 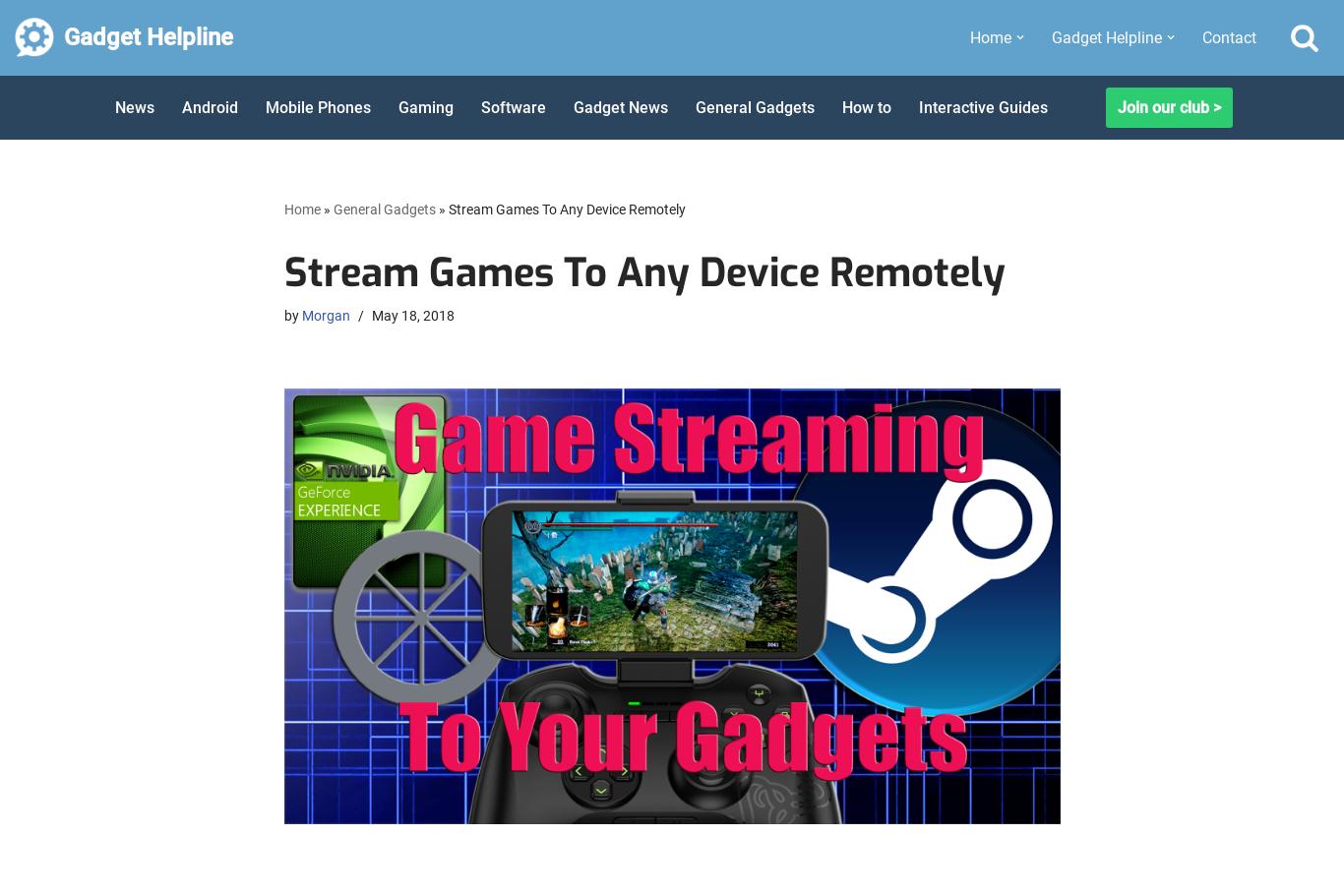 What do you see at coordinates (1067, 72) in the screenshot?
I see `'Apple'` at bounding box center [1067, 72].